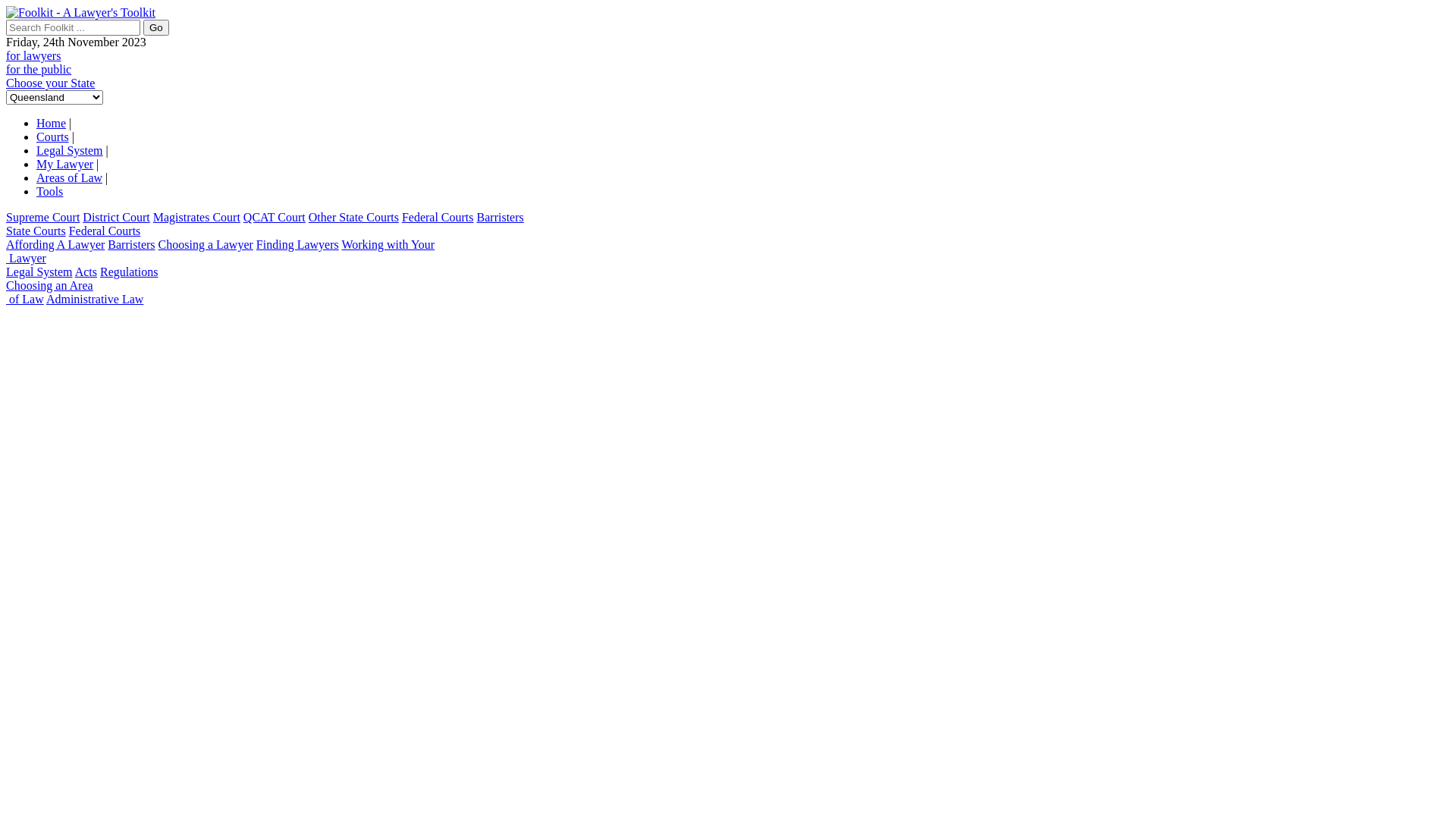 Image resolution: width=1456 pixels, height=819 pixels. Describe the element at coordinates (55, 243) in the screenshot. I see `'Affording A Lawyer'` at that location.